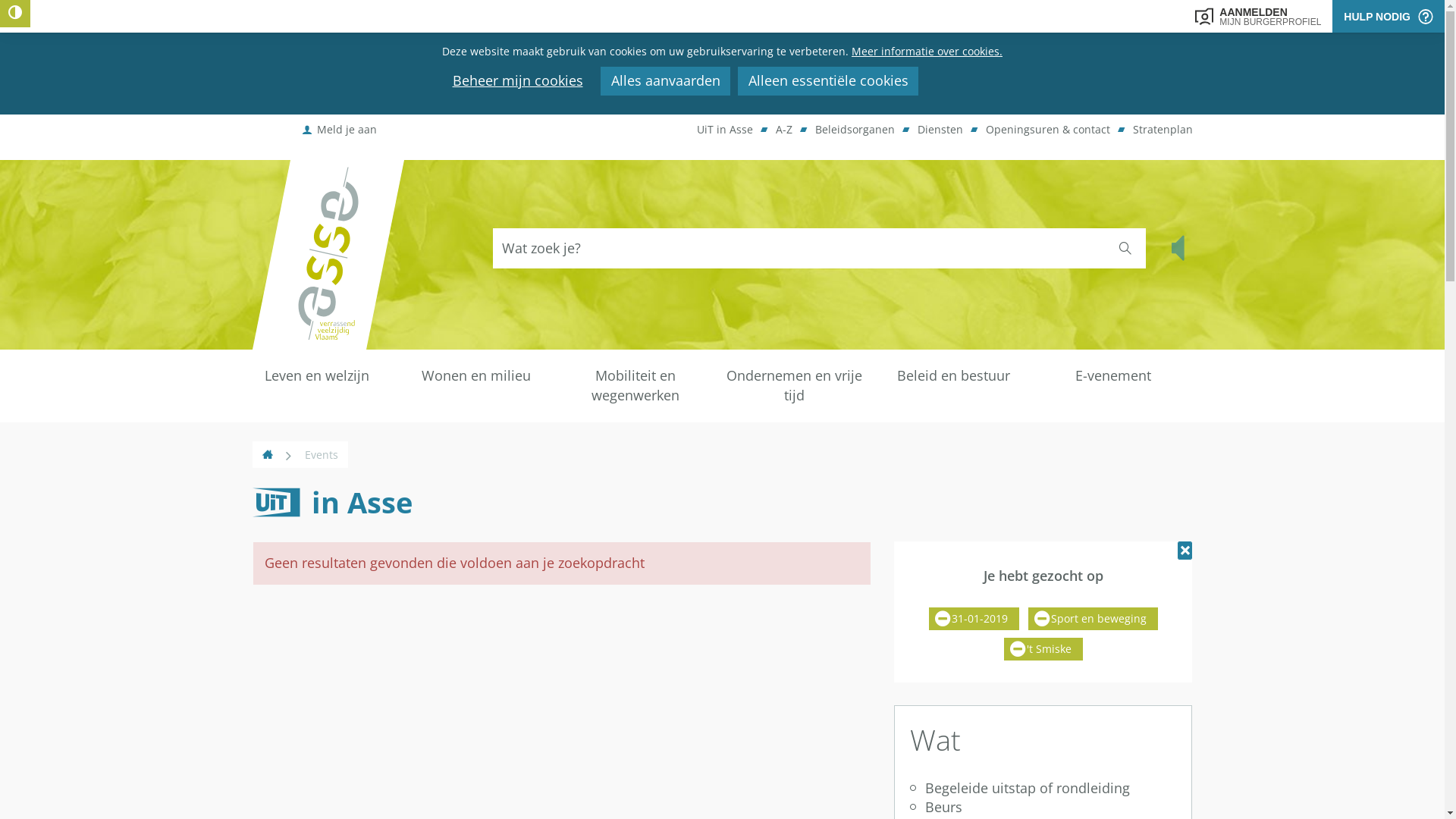  I want to click on 'Beleid en bestuur', so click(874, 375).